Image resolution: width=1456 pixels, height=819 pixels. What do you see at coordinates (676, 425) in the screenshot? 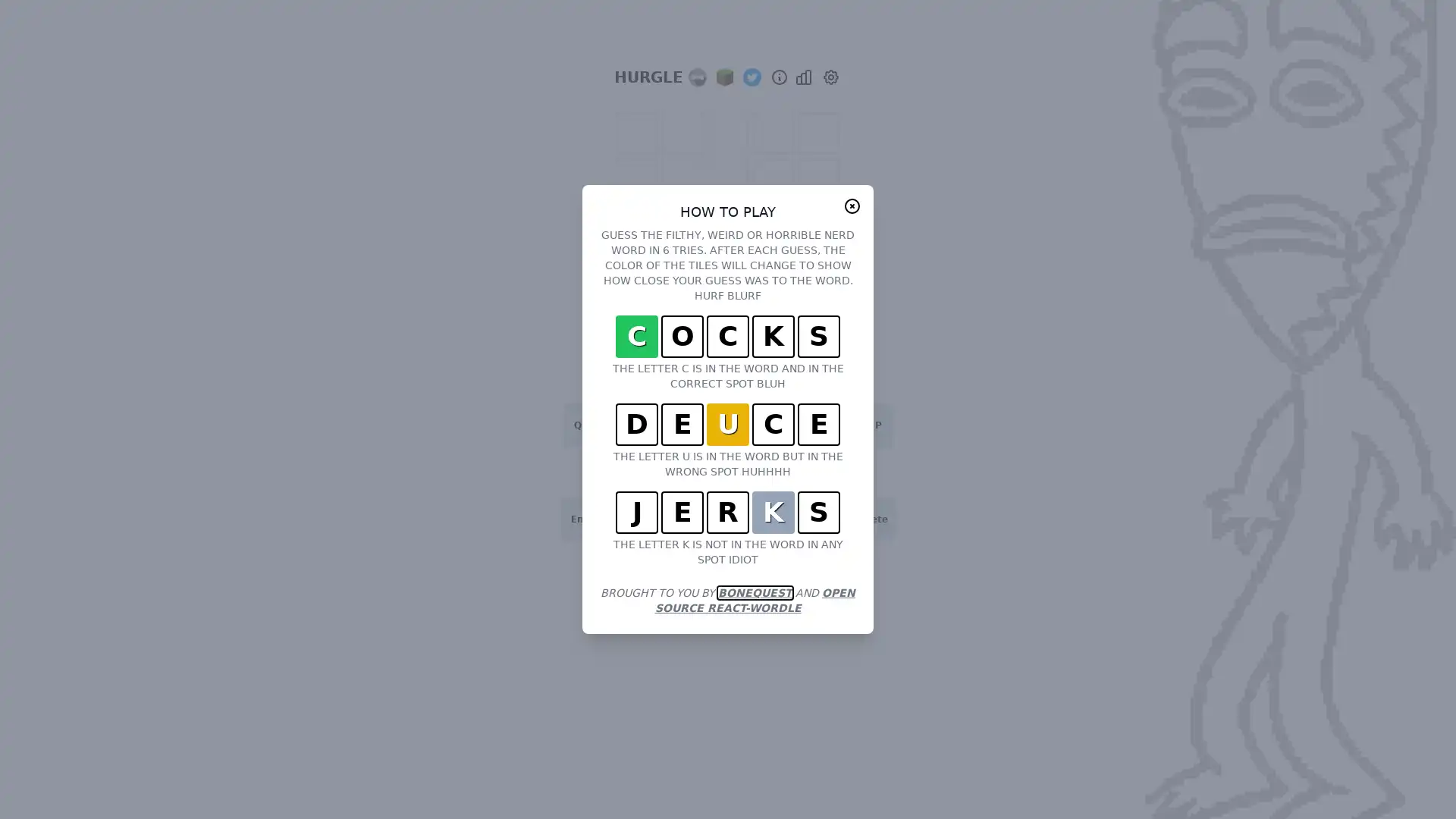
I see `R` at bounding box center [676, 425].